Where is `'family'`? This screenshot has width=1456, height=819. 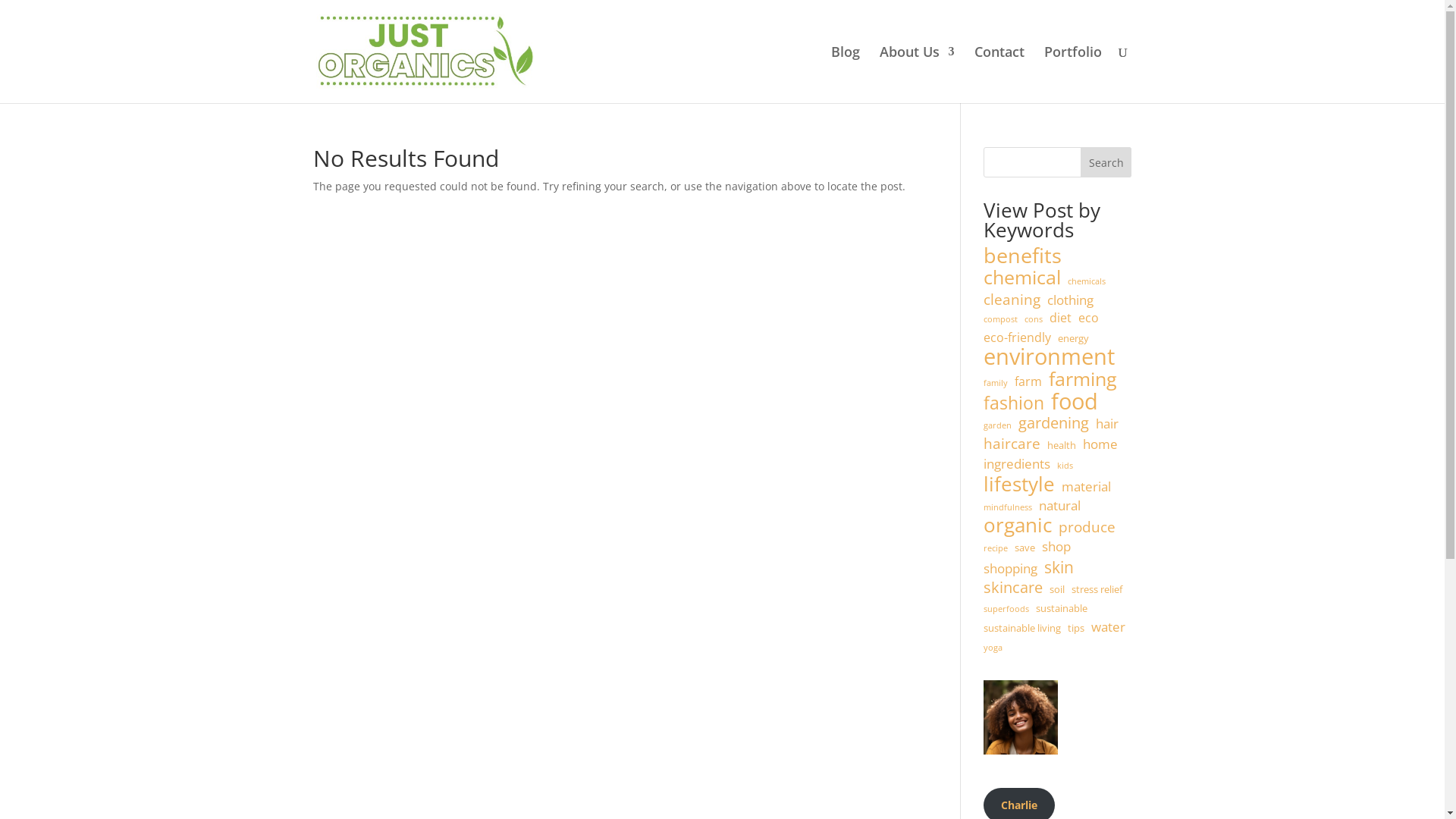
'family' is located at coordinates (996, 382).